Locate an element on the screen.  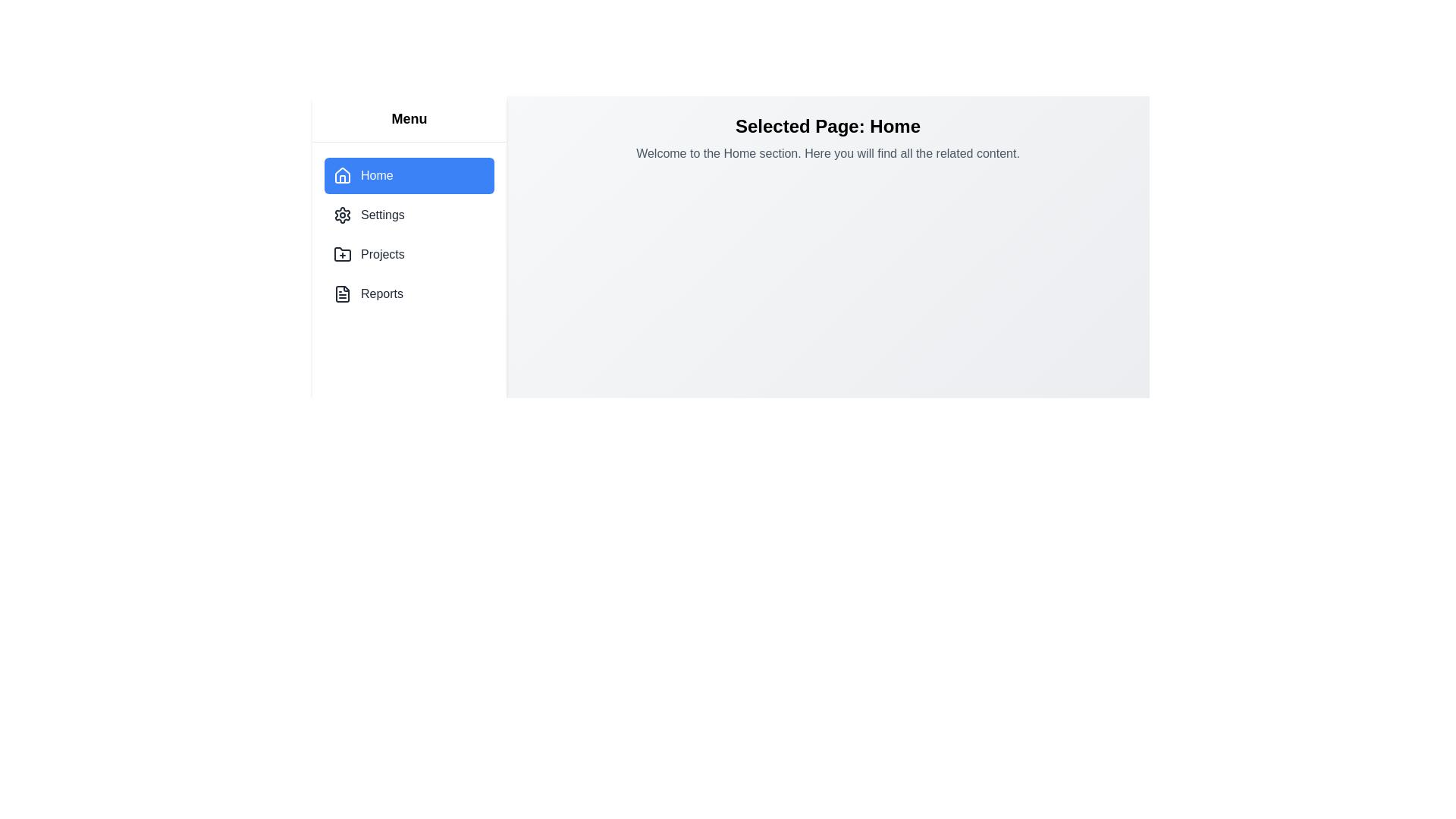
the 'Home' section text label in the navigation menu, which is a non-interactive descriptive component aligned to the right of the icon is located at coordinates (377, 174).